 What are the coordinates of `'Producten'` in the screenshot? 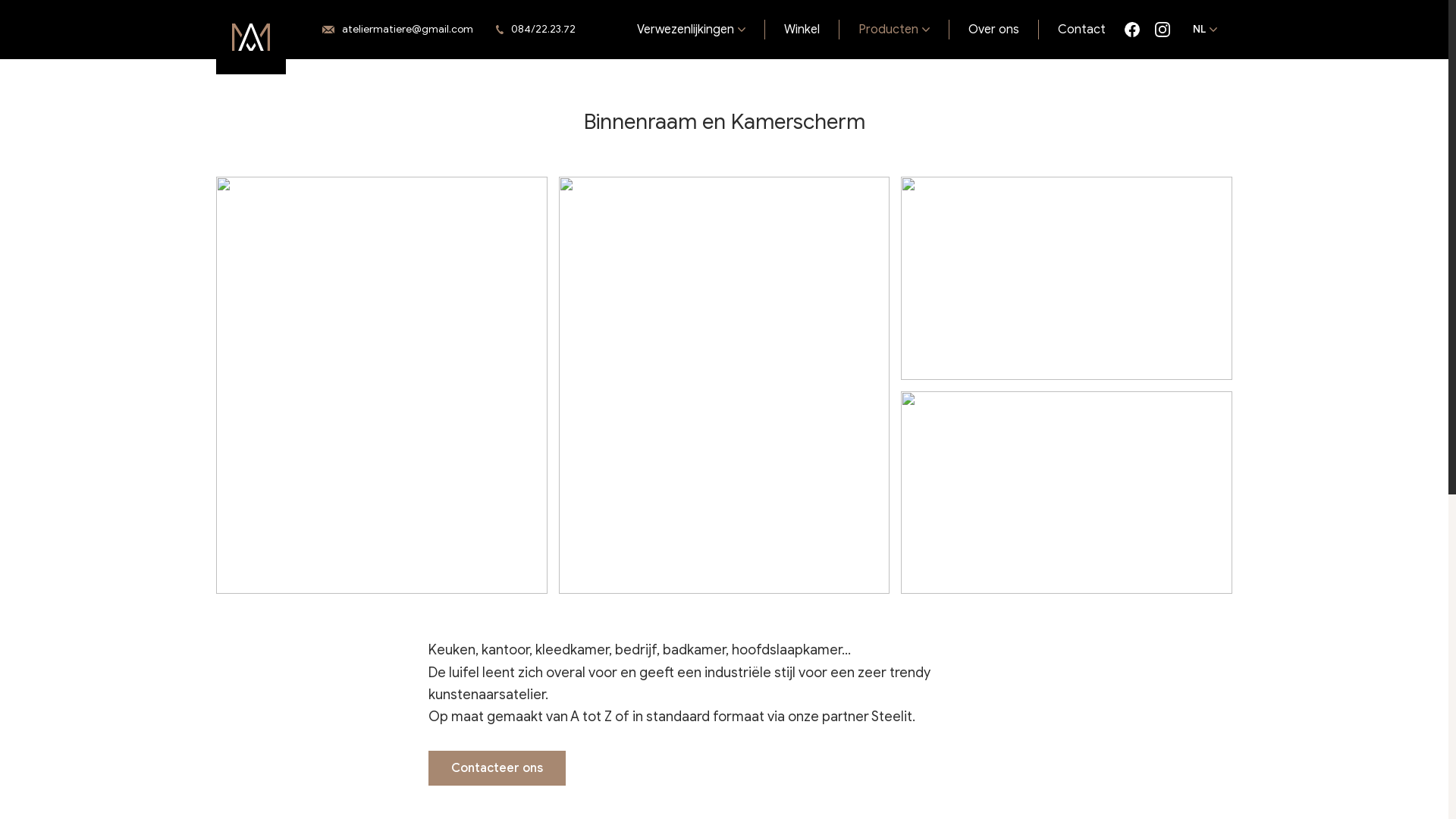 It's located at (839, 29).